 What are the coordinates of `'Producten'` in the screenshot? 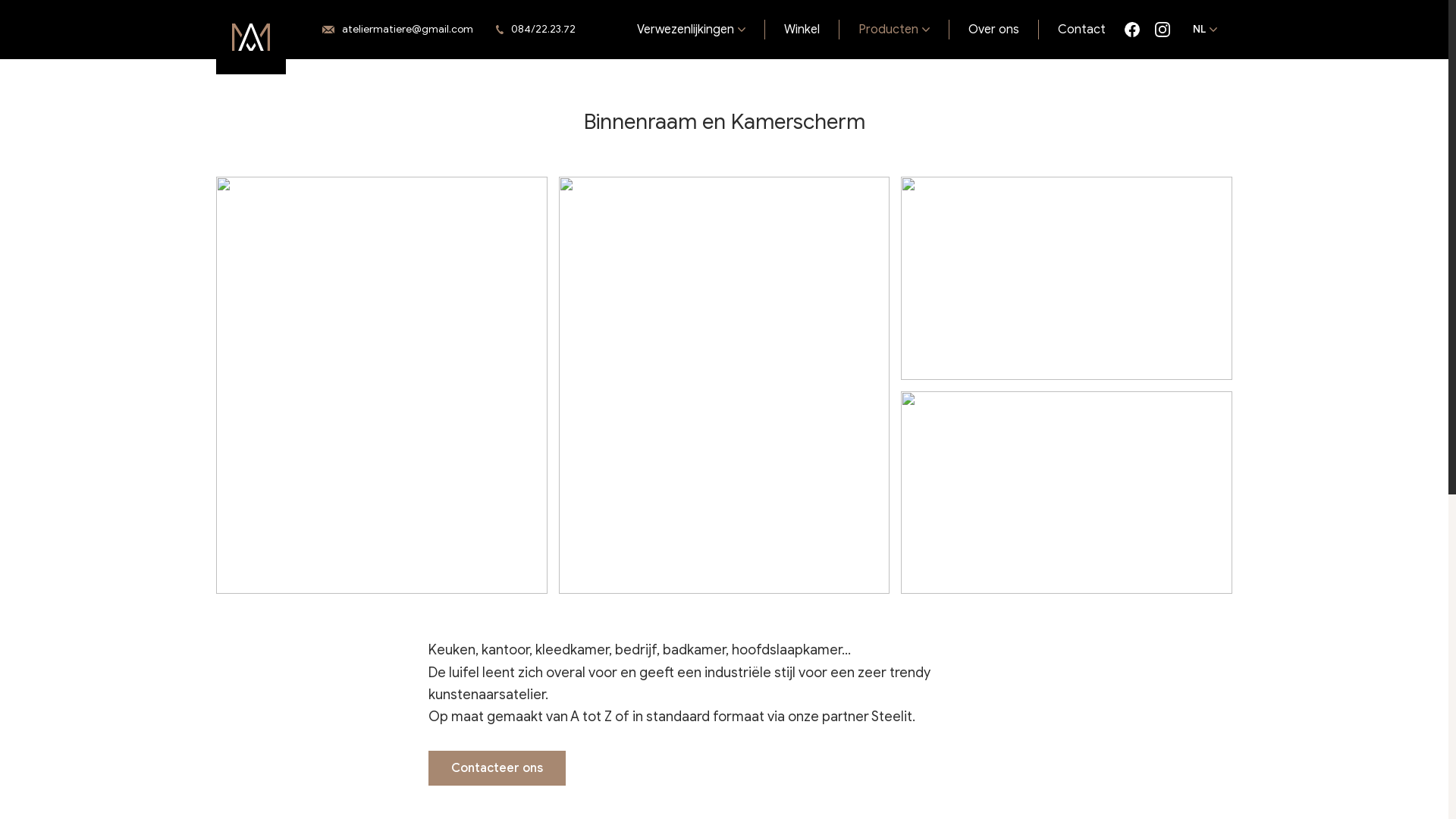 It's located at (839, 29).